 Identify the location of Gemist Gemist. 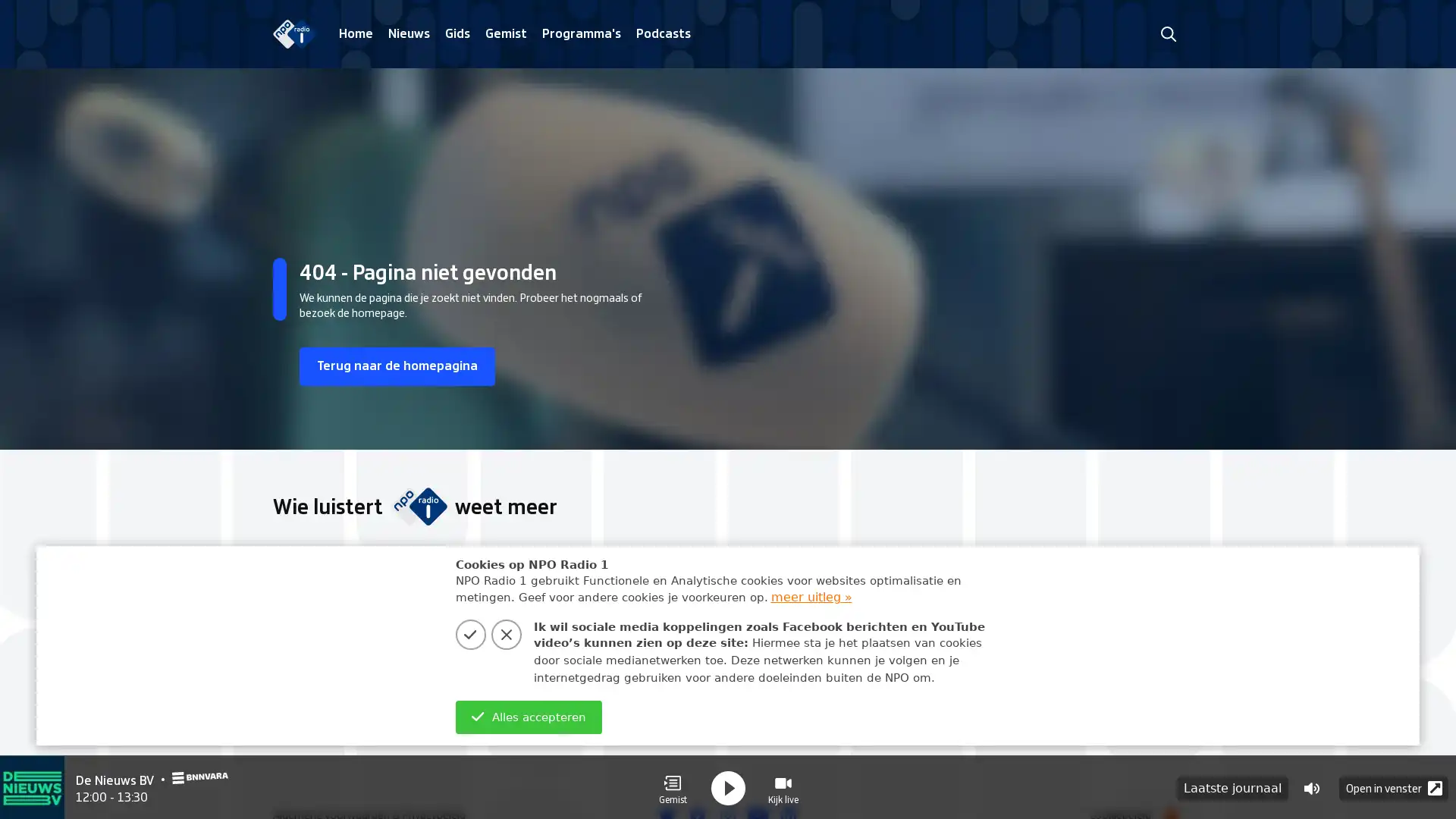
(672, 786).